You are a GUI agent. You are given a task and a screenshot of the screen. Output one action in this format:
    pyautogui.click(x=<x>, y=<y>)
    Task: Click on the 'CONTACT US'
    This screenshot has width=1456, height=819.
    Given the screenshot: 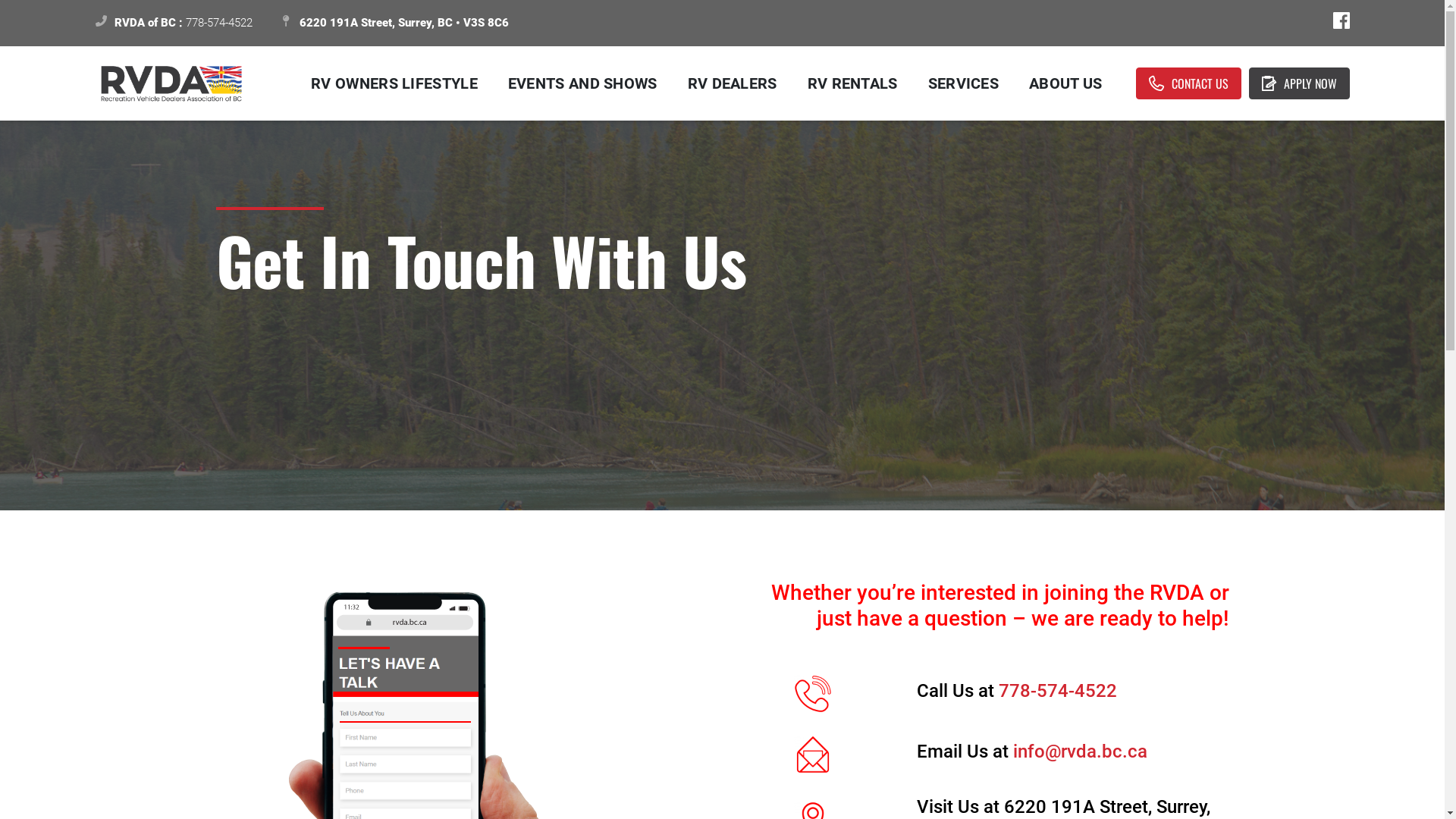 What is the action you would take?
    pyautogui.click(x=1188, y=83)
    